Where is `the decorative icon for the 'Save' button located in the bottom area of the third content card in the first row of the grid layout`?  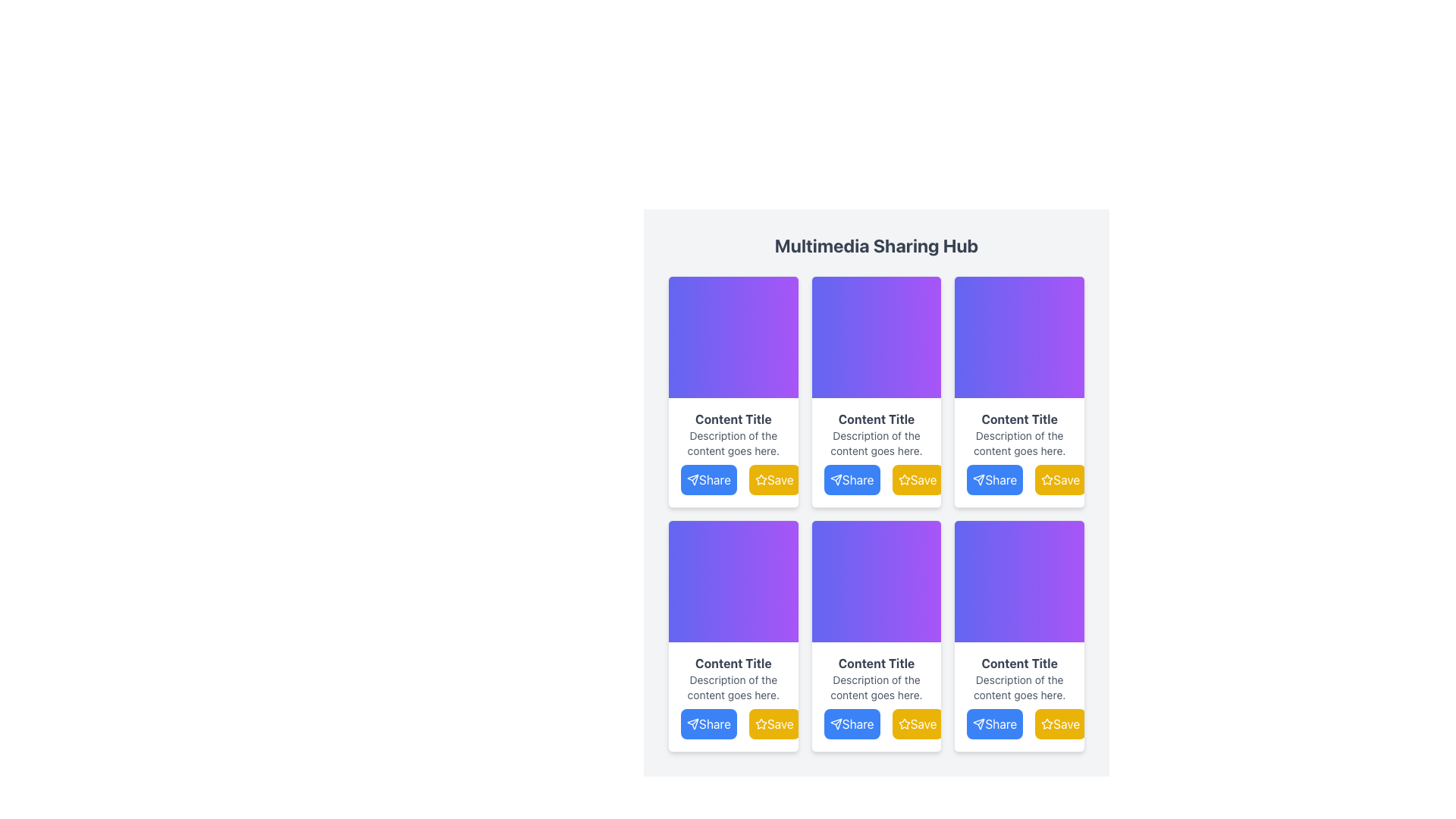 the decorative icon for the 'Save' button located in the bottom area of the third content card in the first row of the grid layout is located at coordinates (1046, 479).